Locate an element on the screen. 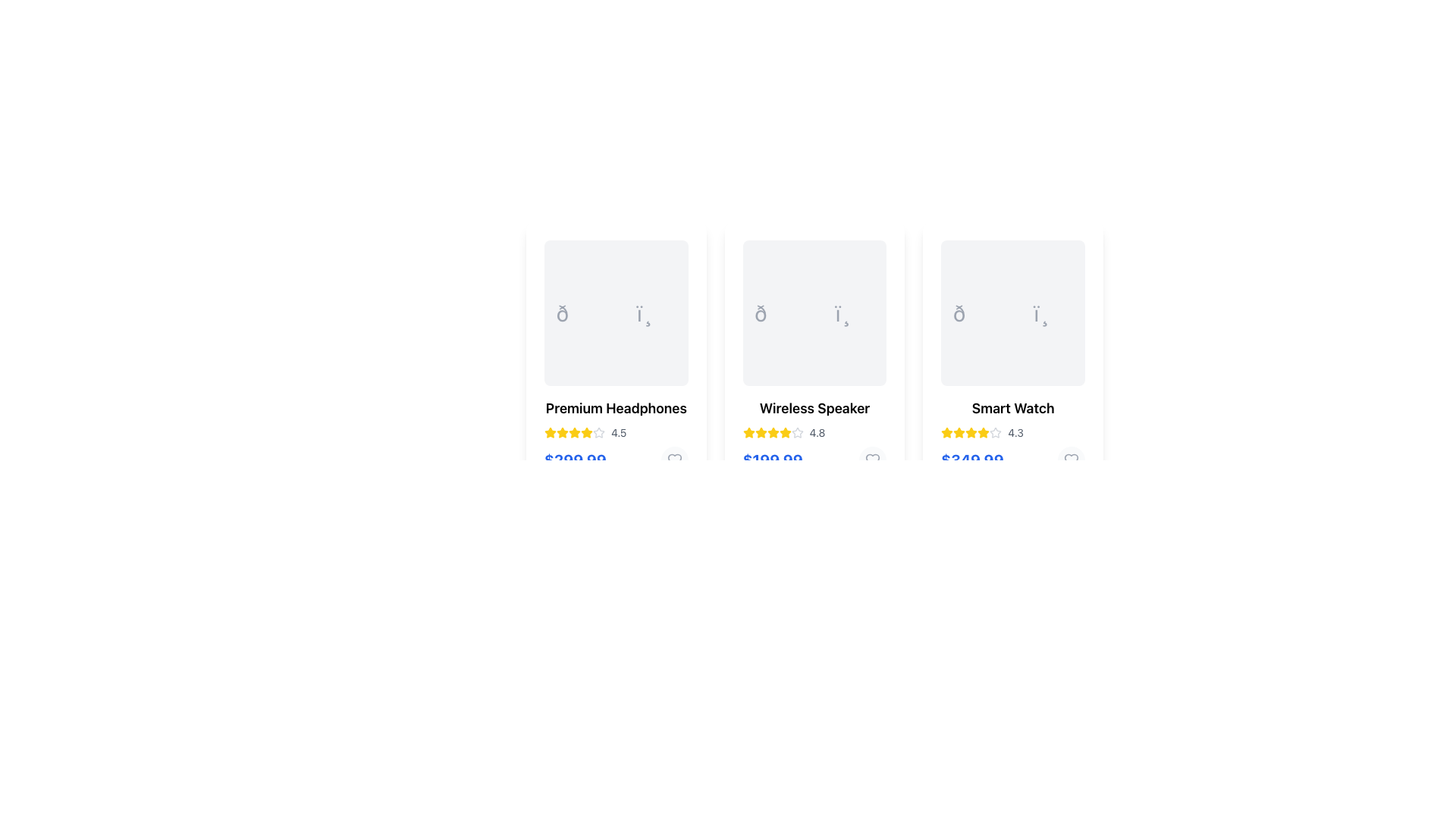 Image resolution: width=1456 pixels, height=819 pixels. the visual representation of the fourth star in the rating system located beneath the 'Smart Watch' label, to the left of the numeric rating '4.3' is located at coordinates (971, 432).